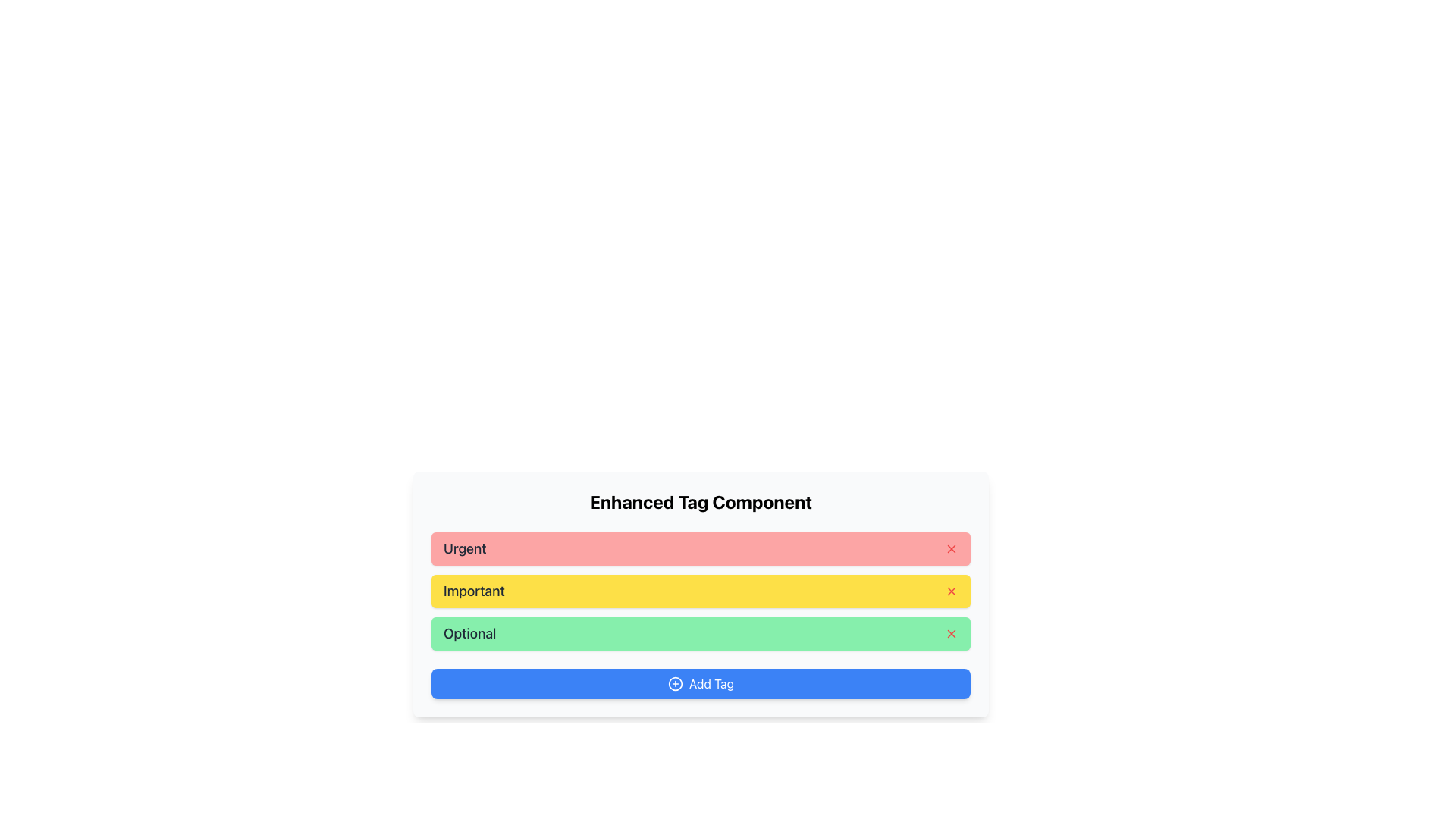 This screenshot has width=1456, height=819. Describe the element at coordinates (700, 684) in the screenshot. I see `the interactive button located at the bottom of the 'Enhanced Tag Component' section` at that location.